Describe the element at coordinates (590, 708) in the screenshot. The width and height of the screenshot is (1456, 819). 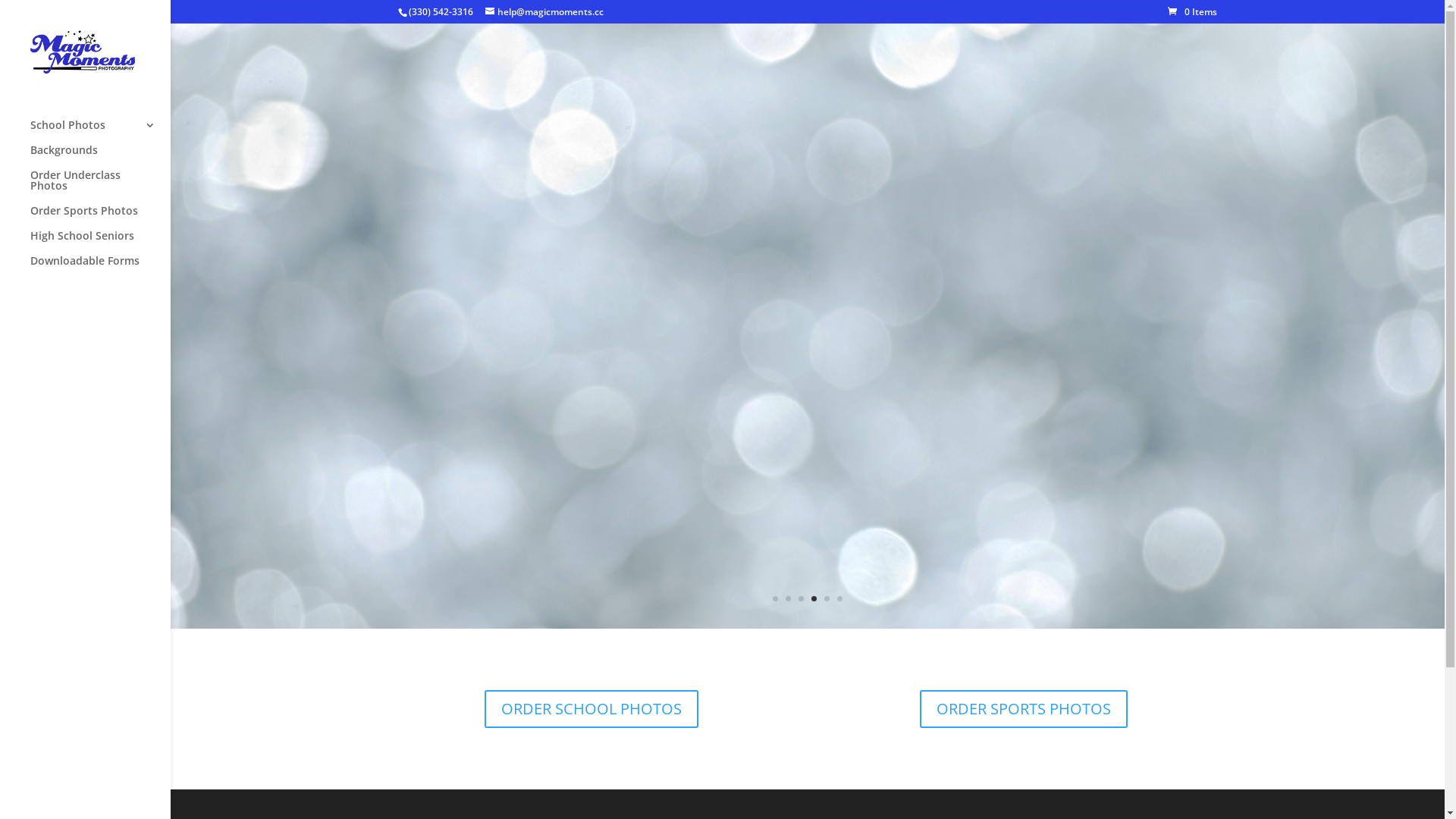
I see `'ORDER SCHOOL PHOTOS'` at that location.